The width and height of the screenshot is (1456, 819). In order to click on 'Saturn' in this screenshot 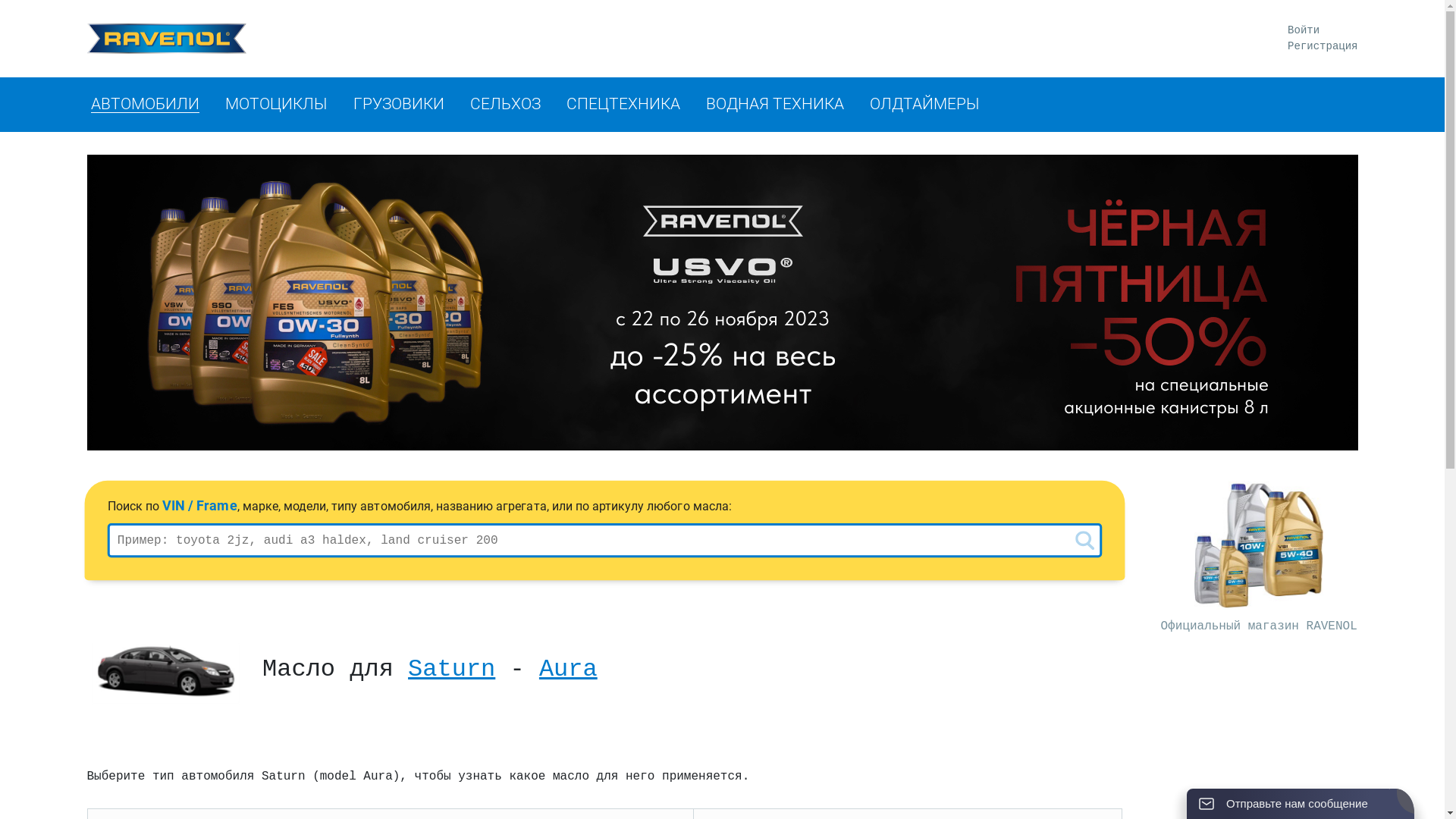, I will do `click(450, 668)`.